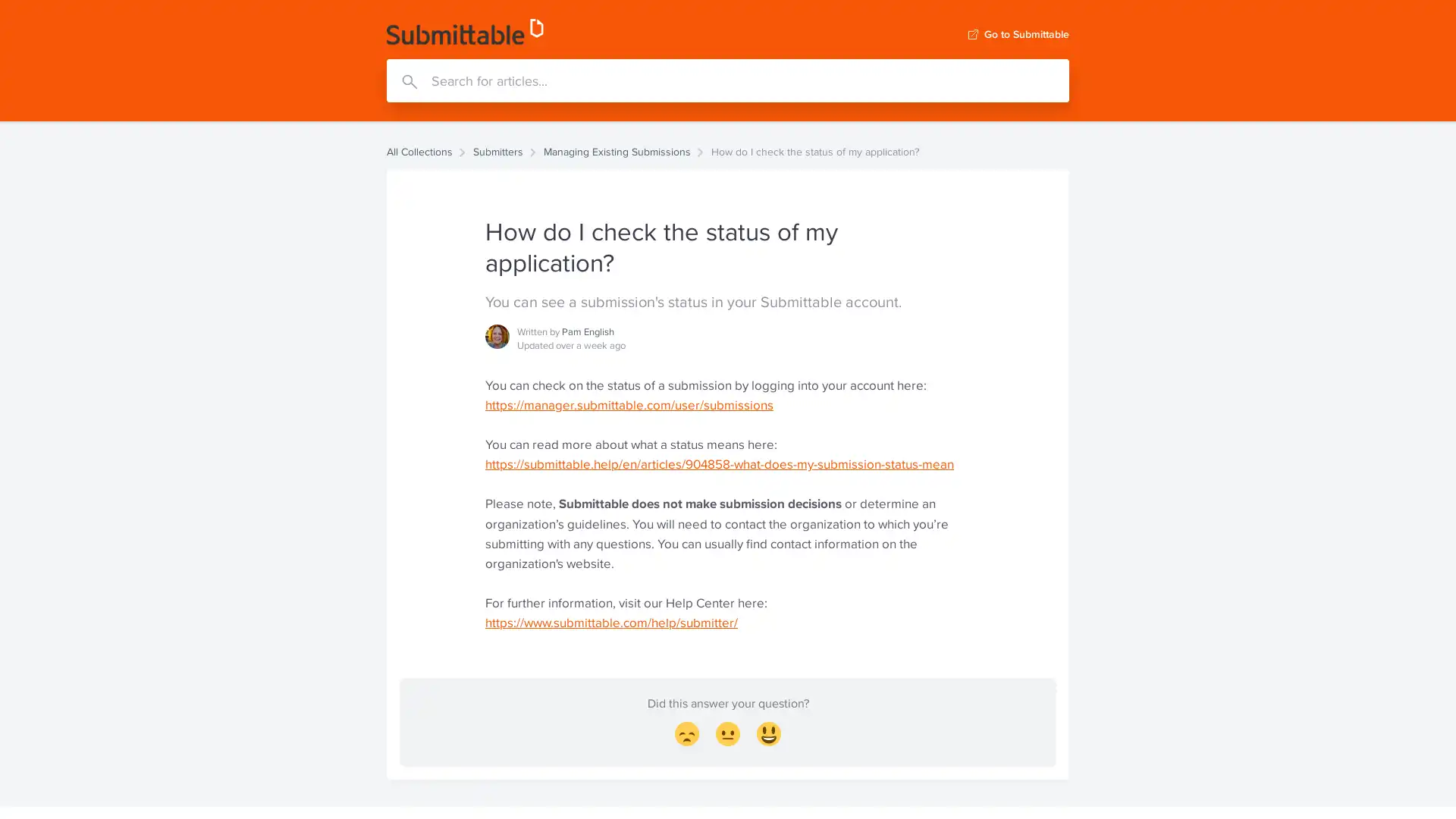 The width and height of the screenshot is (1456, 819). I want to click on Smiley Reaction, so click(768, 736).